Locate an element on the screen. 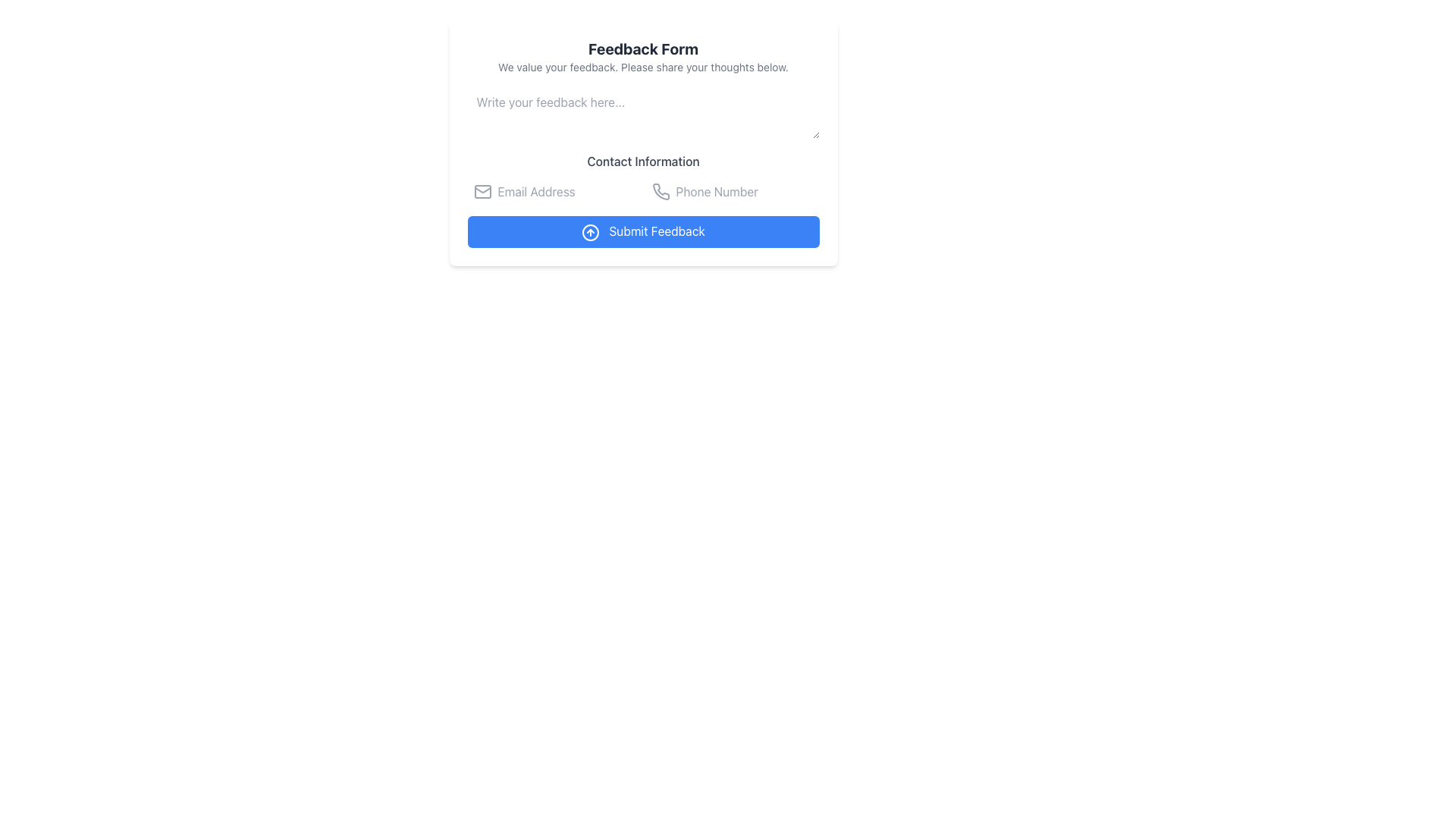 This screenshot has width=1456, height=819. the icon representing the upward submission action on the 'Submit Feedback' button, located to the far left of the button text is located at coordinates (590, 232).